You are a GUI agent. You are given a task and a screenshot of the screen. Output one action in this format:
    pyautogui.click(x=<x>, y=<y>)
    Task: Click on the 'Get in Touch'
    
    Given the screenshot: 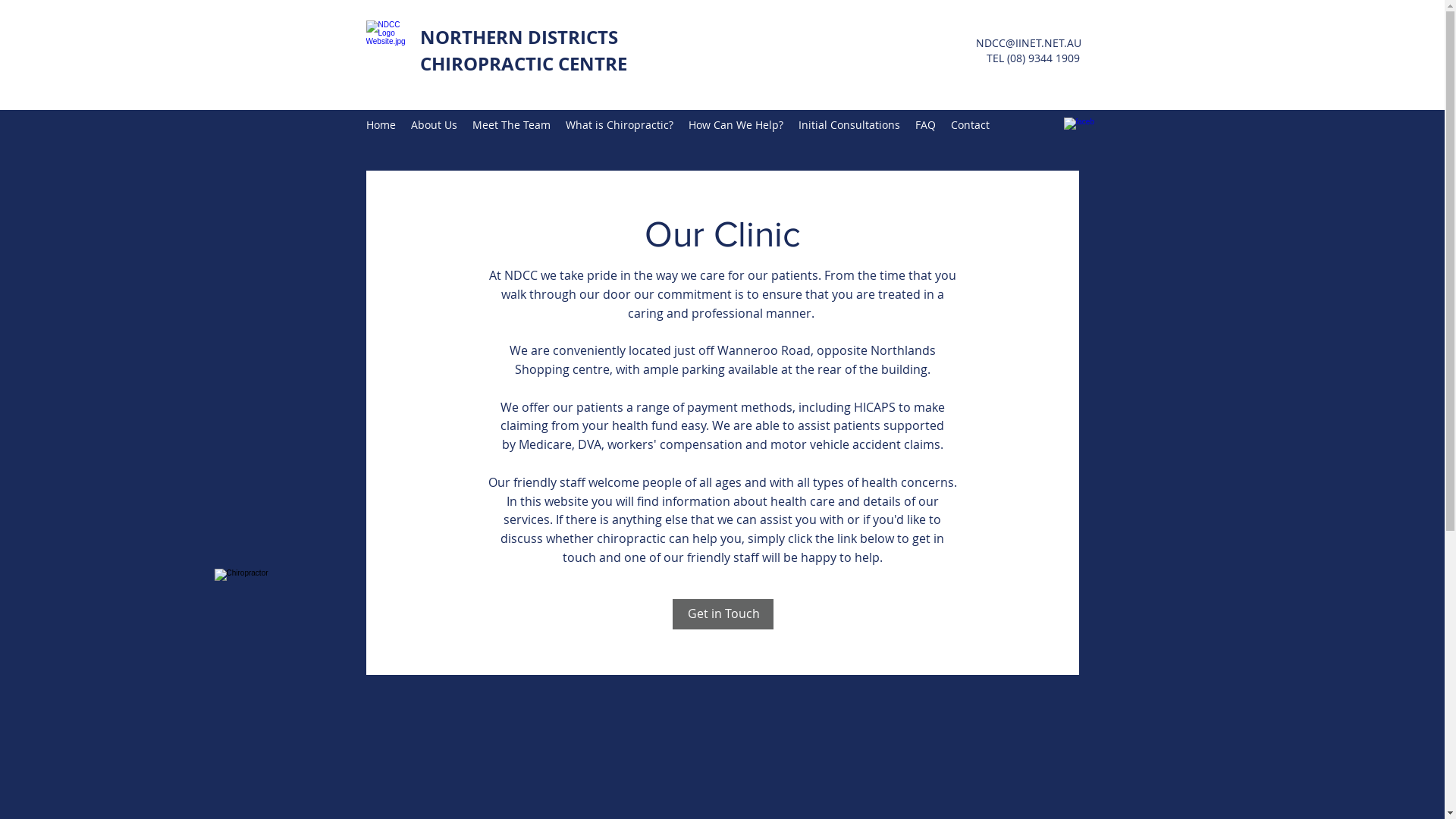 What is the action you would take?
    pyautogui.click(x=721, y=614)
    